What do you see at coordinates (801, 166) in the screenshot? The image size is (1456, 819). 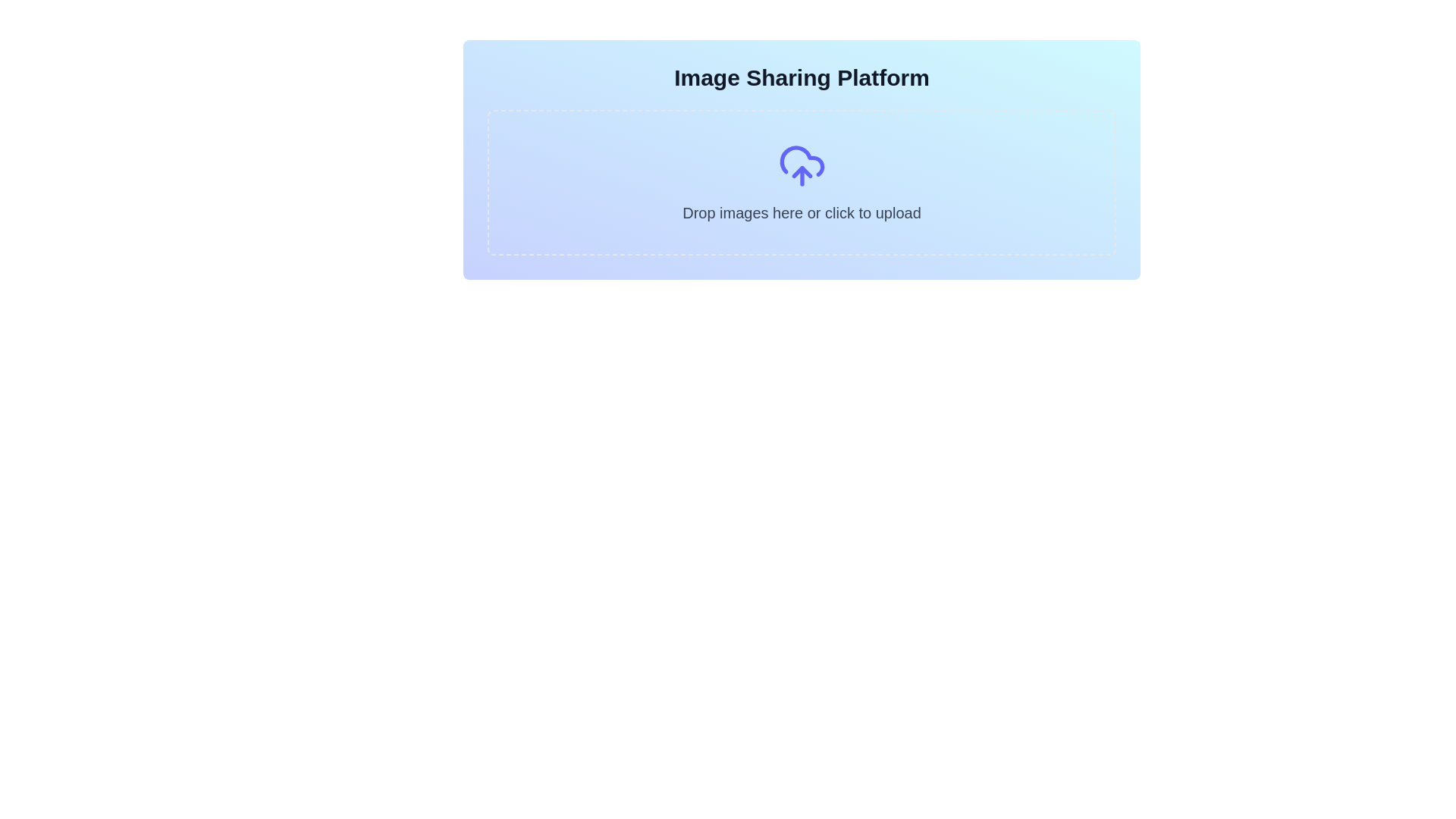 I see `or interpret the upload icon located at the top center of the application interface, directly above the text 'Drop images here or click to upload'` at bounding box center [801, 166].